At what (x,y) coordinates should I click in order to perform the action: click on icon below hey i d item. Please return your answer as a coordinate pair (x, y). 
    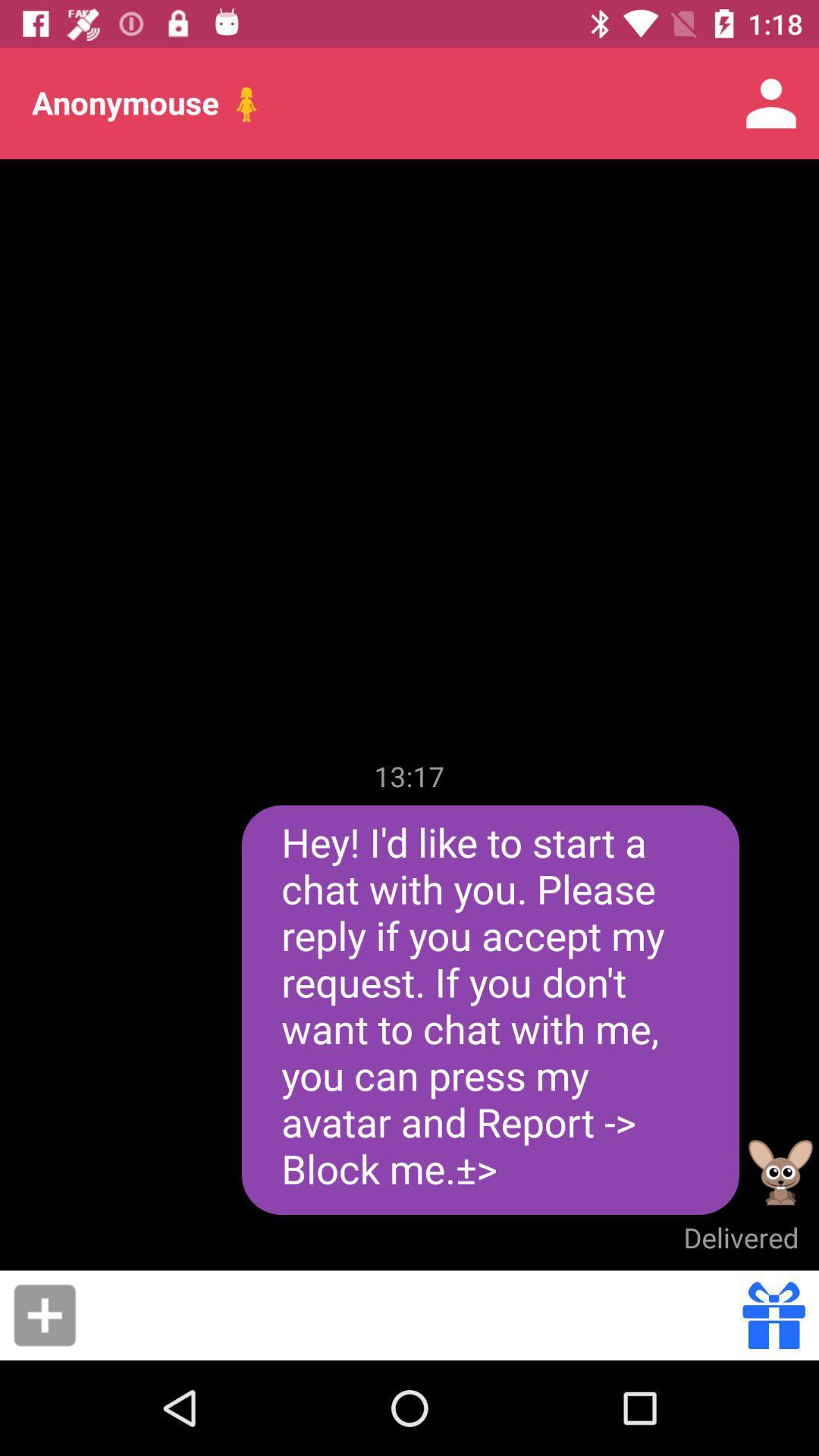
    Looking at the image, I should click on (740, 1238).